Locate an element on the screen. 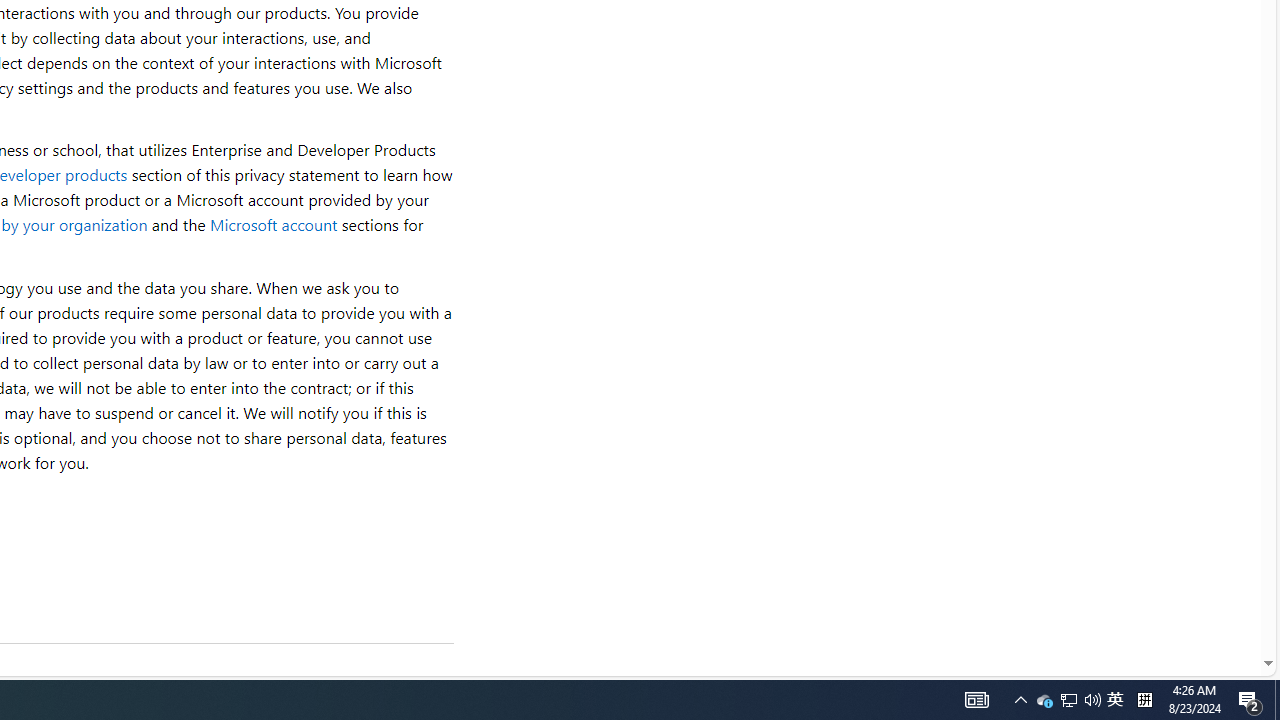  'Microsoft account' is located at coordinates (272, 225).